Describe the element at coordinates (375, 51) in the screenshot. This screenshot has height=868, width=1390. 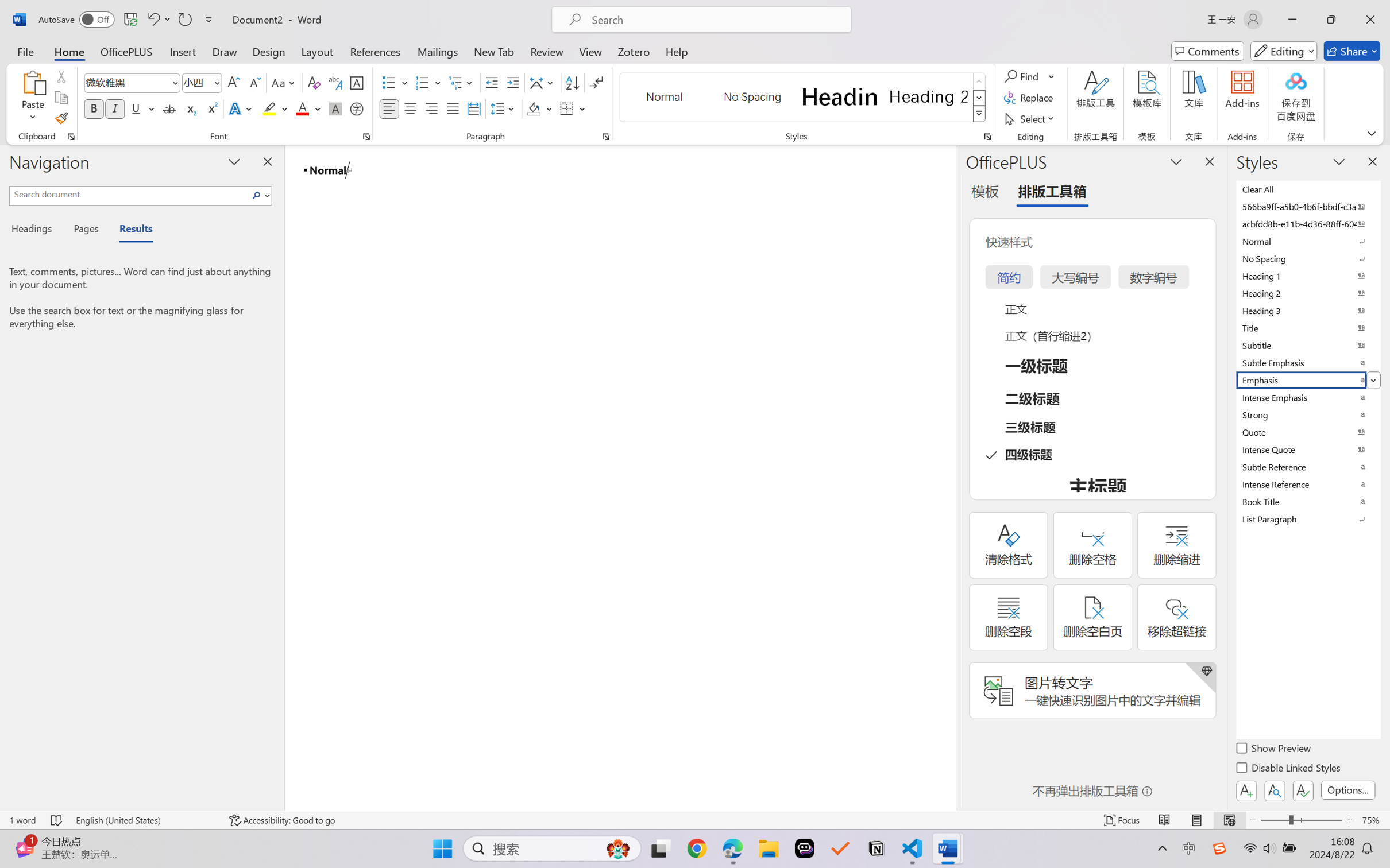
I see `'References'` at that location.